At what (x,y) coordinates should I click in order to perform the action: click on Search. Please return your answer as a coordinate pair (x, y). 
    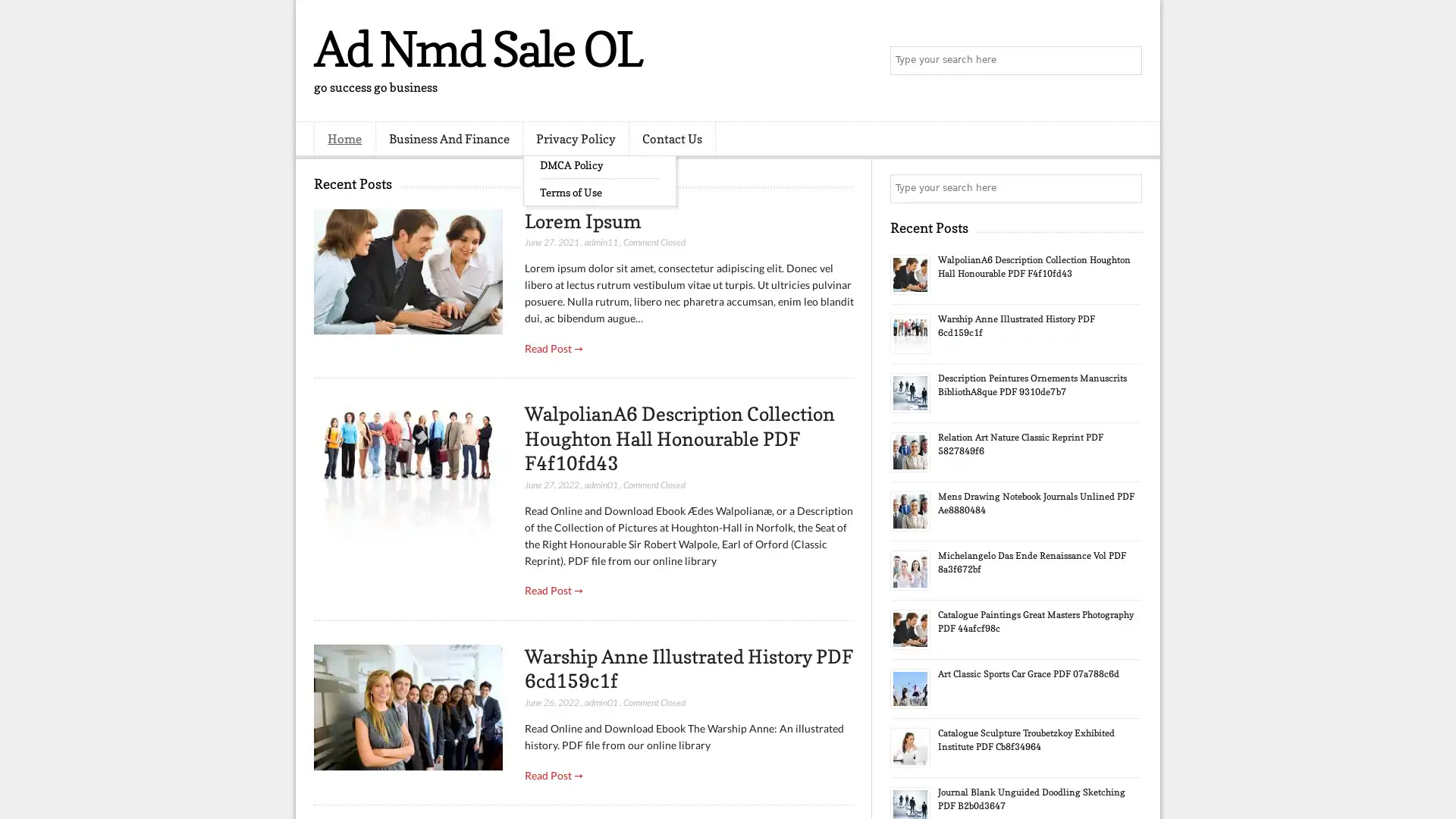
    Looking at the image, I should click on (1126, 188).